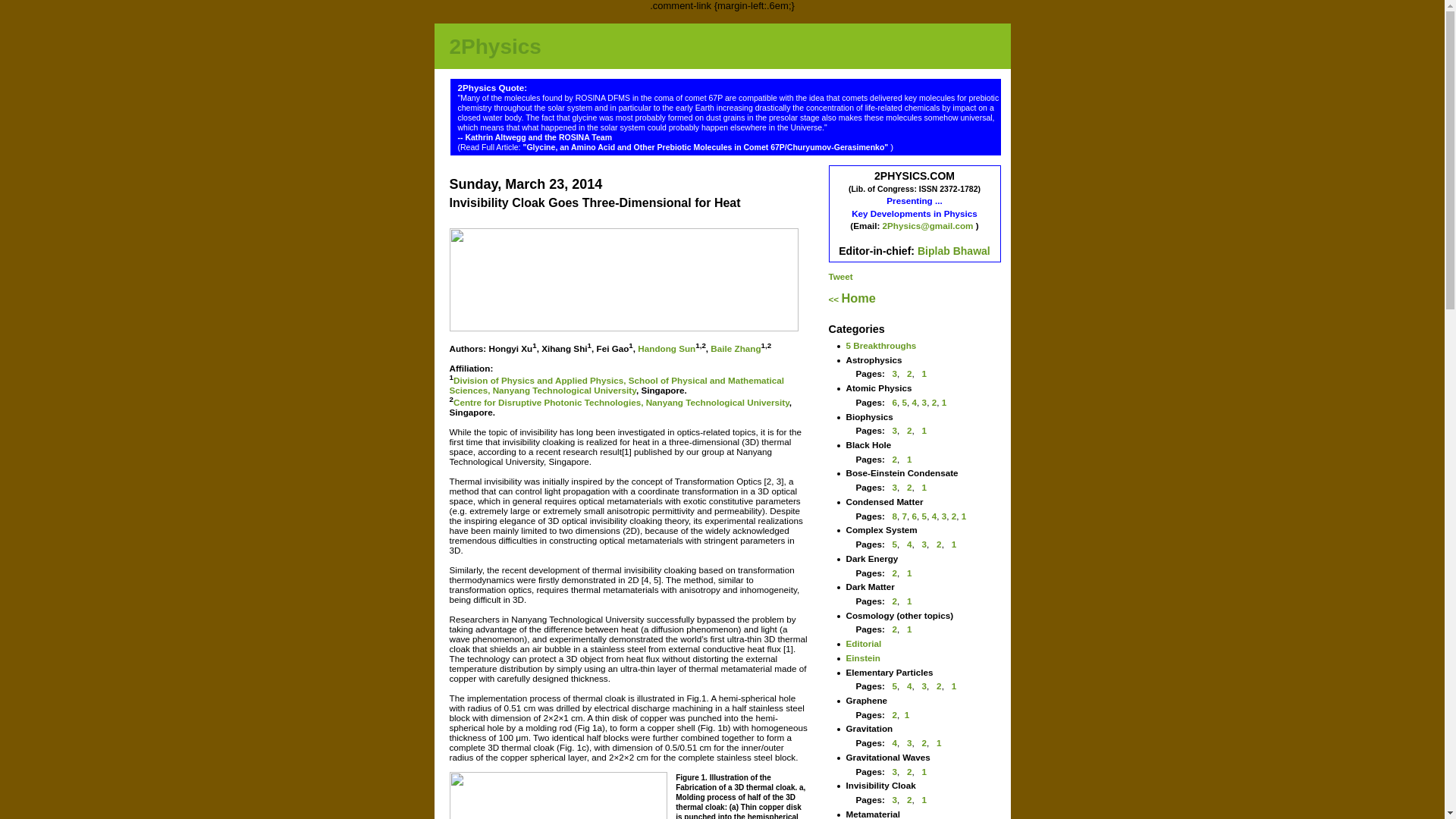  I want to click on 'Baile Zhang', so click(709, 348).